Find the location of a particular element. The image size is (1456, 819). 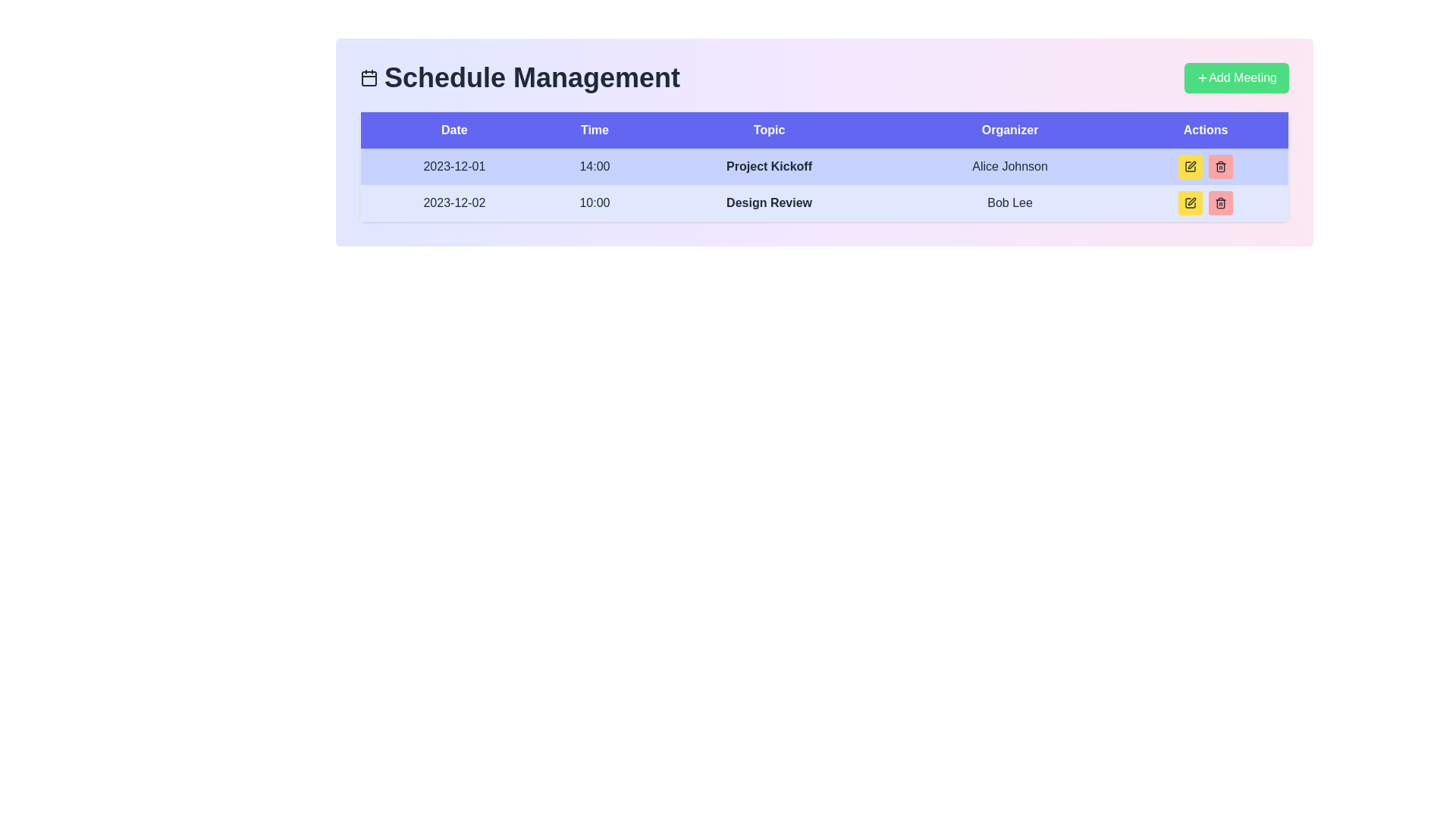

the icon button resembling a pen in the Actions column of the second row is located at coordinates (1191, 165).